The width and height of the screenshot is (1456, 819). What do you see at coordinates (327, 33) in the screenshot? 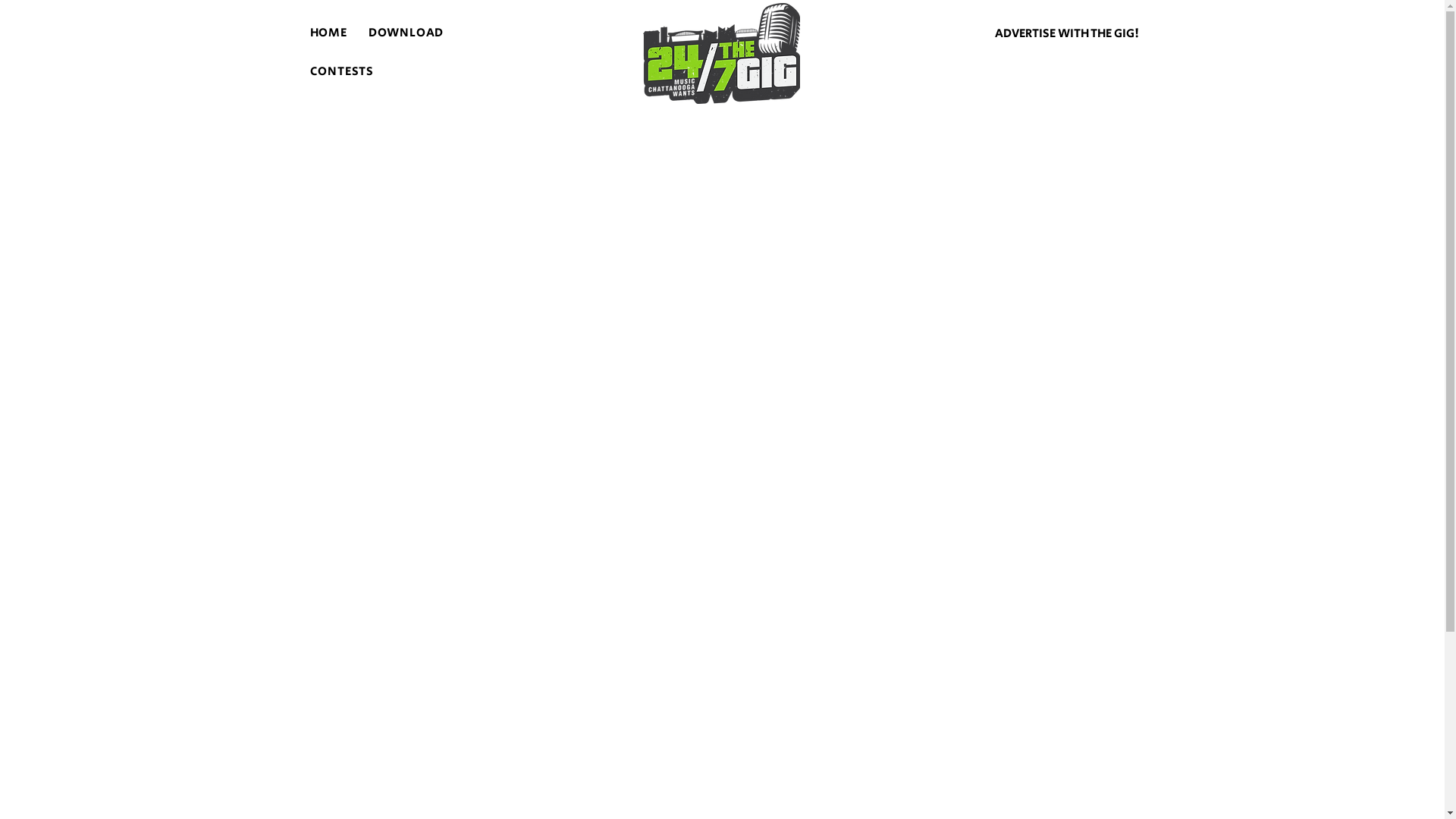
I see `'HOME'` at bounding box center [327, 33].